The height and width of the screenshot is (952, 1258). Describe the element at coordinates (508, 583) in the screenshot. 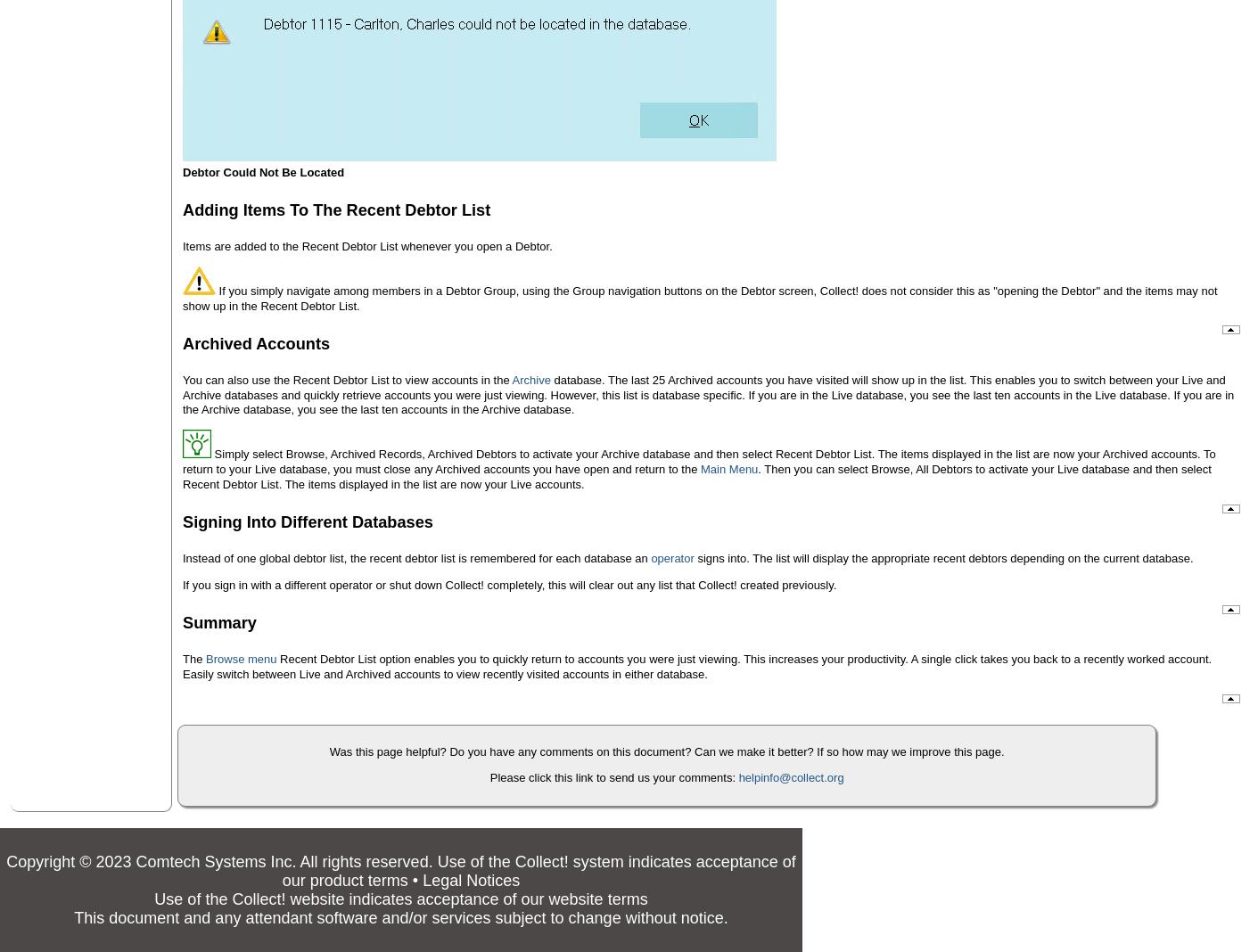

I see `'If you sign in with a different operator or shut down Collect!
completely, this will clear out any list that Collect! created
previously.'` at that location.